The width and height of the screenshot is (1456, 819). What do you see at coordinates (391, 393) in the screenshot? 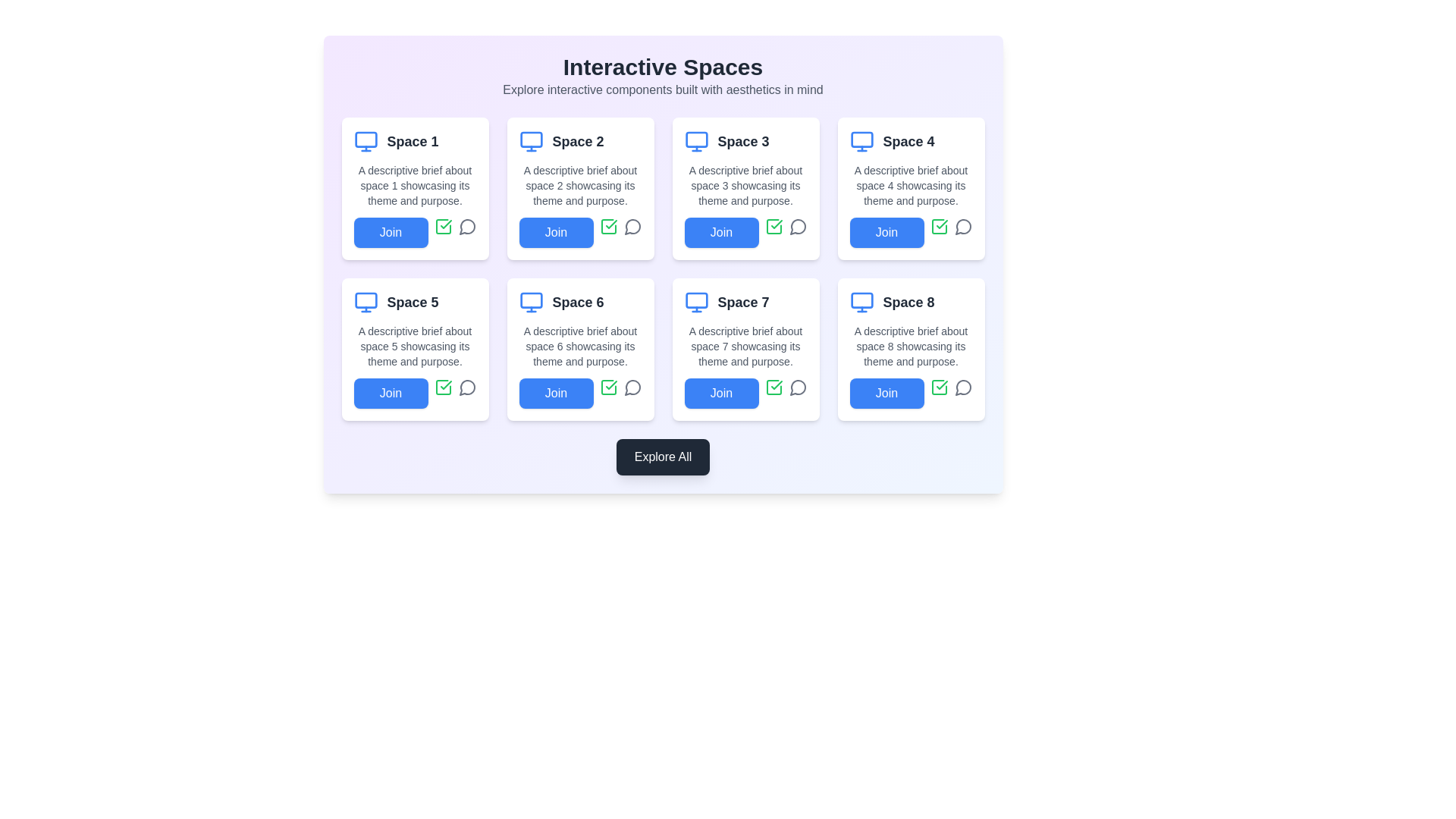
I see `the button to join or participate in 'Space 5', located in the second row and first column of the grid layout` at bounding box center [391, 393].